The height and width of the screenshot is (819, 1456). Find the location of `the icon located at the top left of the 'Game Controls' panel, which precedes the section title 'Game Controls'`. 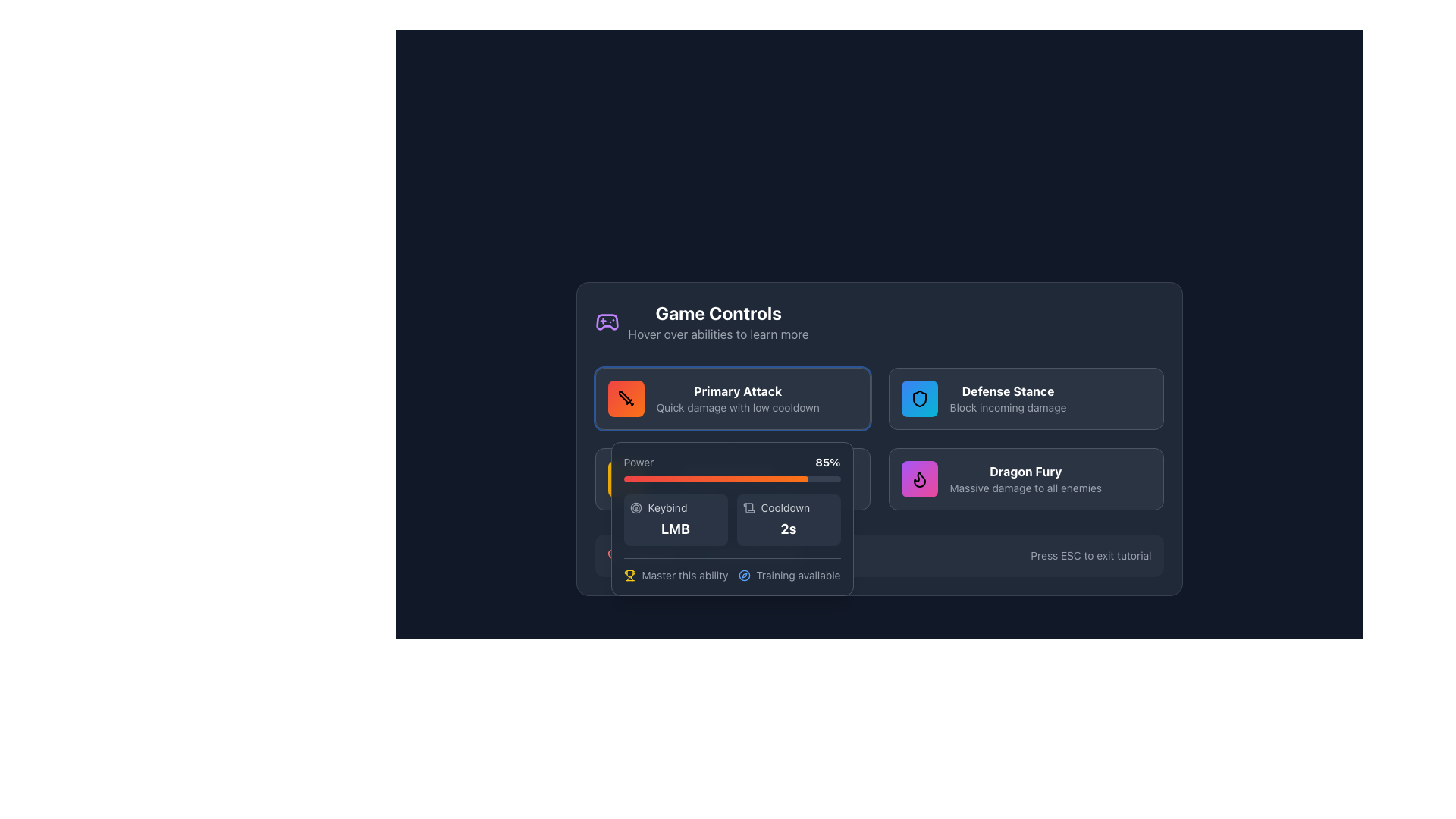

the icon located at the top left of the 'Game Controls' panel, which precedes the section title 'Game Controls' is located at coordinates (607, 321).